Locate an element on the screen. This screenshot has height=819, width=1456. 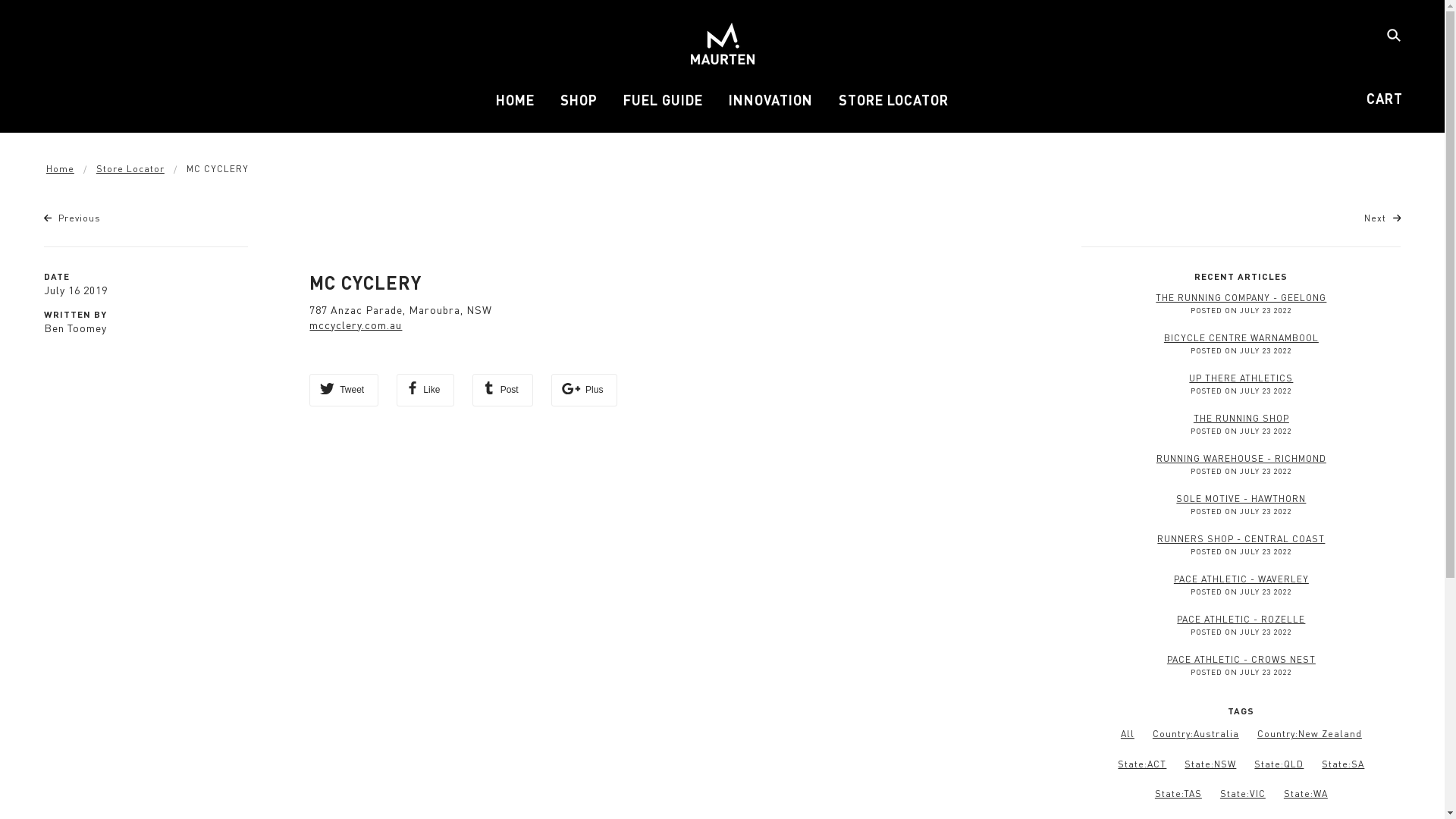
'PACE ATHLETIC - ROZELLE' is located at coordinates (1241, 619).